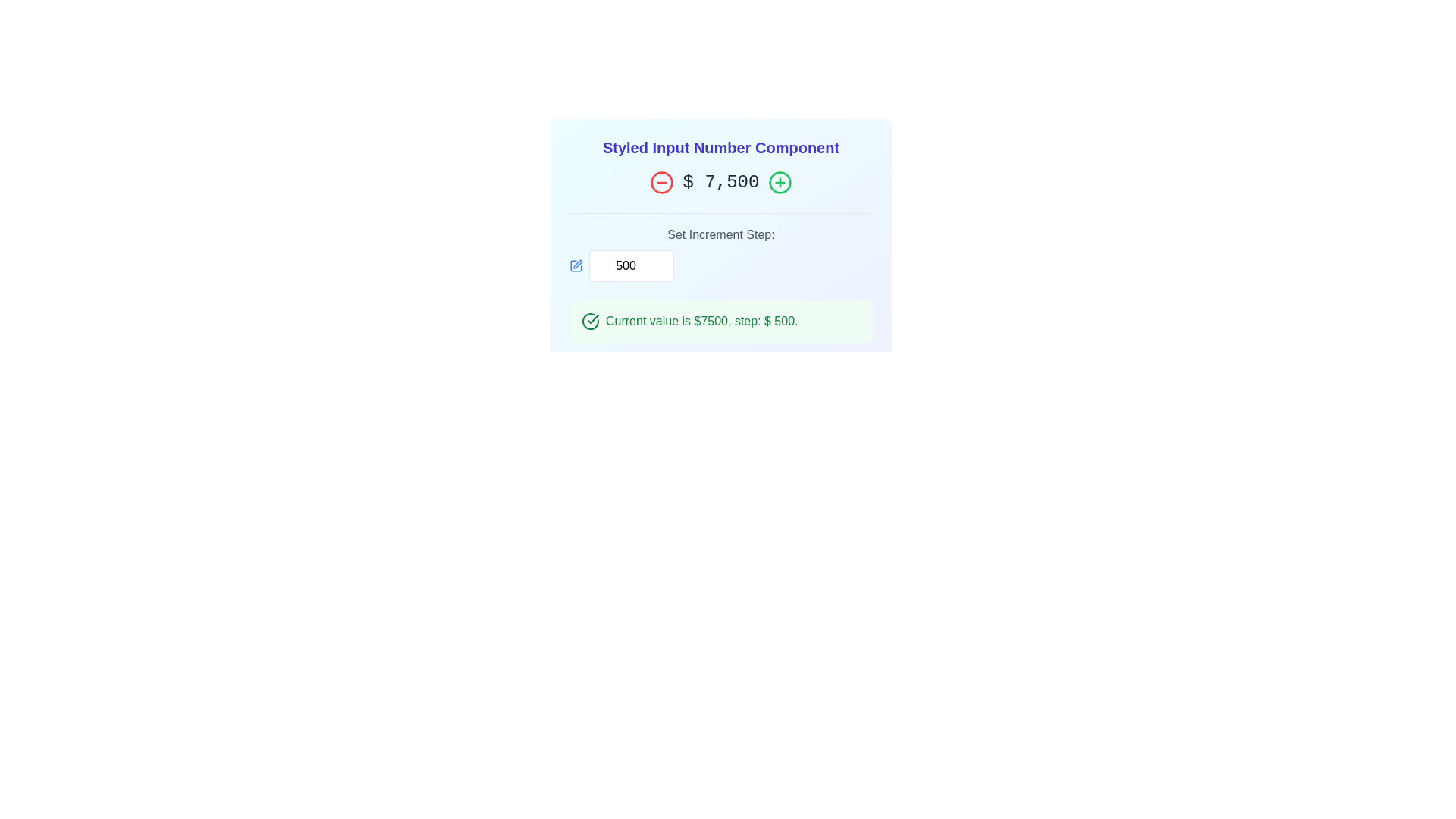 Image resolution: width=1456 pixels, height=819 pixels. I want to click on the input field of the Composite component labeled 'Set Increment Step:', so click(720, 265).